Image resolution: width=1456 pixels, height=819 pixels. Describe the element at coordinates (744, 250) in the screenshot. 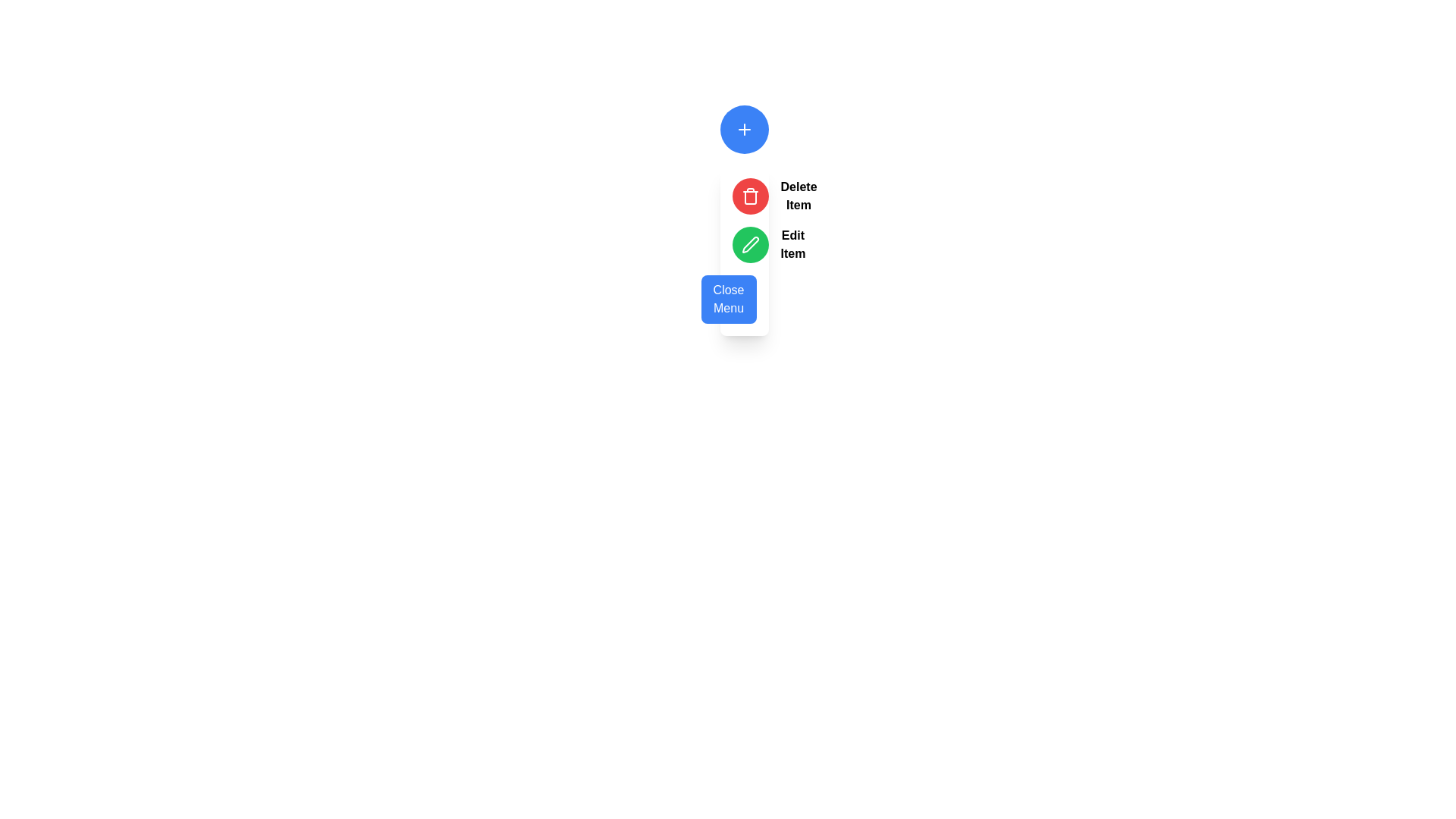

I see `the green circular button with a pencil icon in the Action menu to initiate editing` at that location.